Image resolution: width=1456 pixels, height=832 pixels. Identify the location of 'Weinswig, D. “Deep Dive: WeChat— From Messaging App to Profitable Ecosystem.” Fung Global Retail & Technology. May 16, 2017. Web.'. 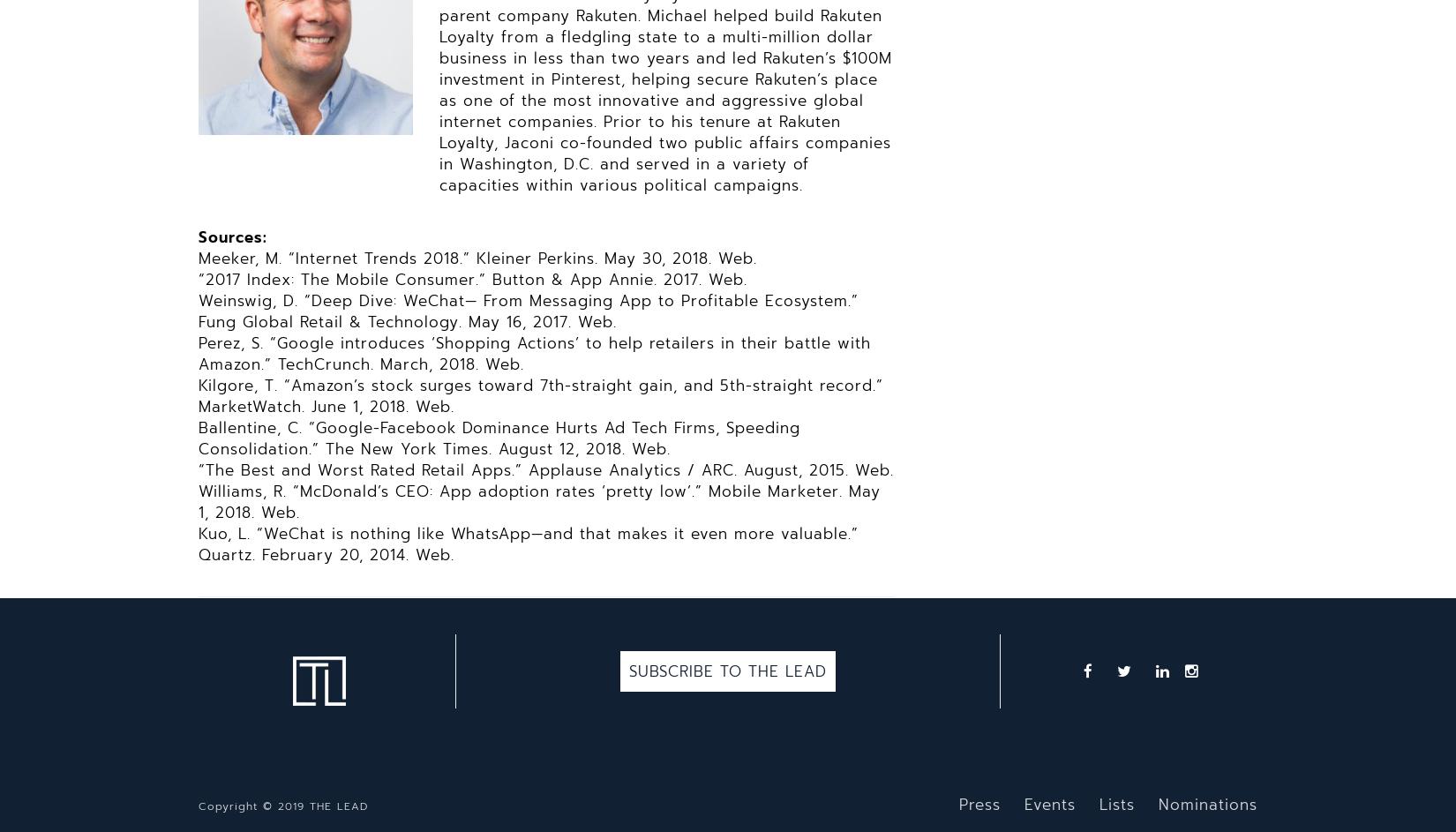
(527, 311).